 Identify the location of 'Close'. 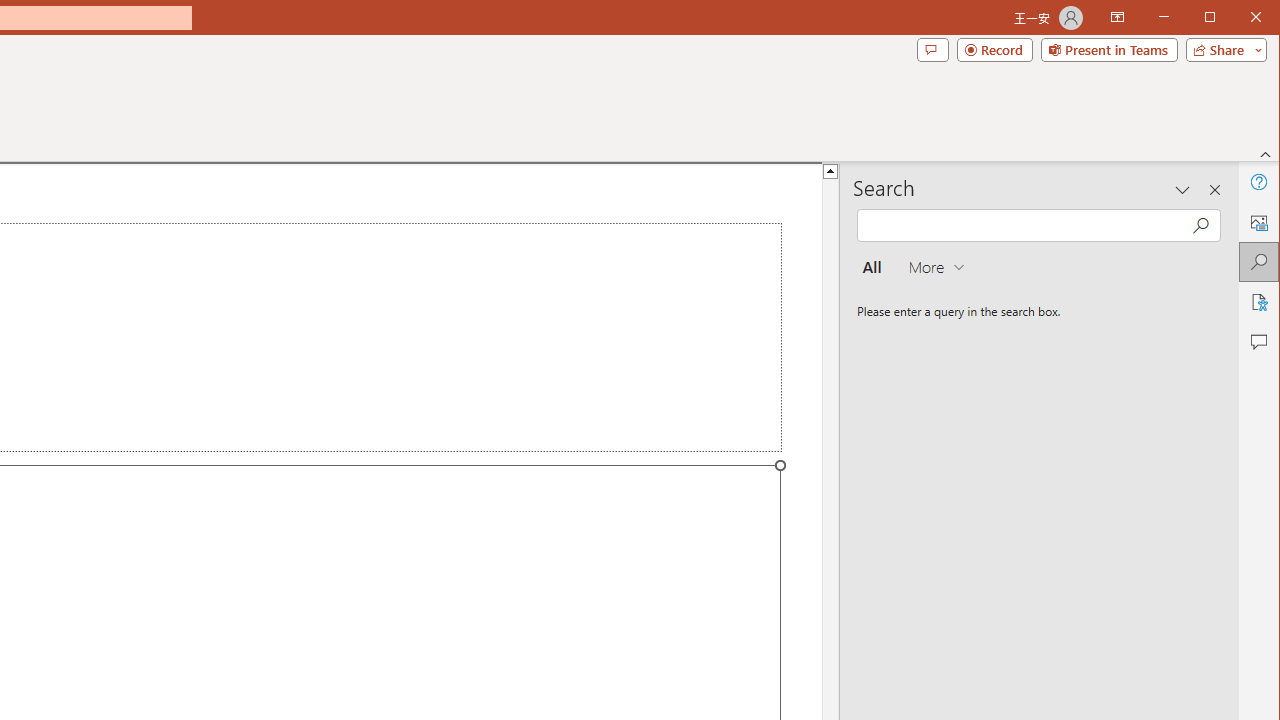
(1260, 19).